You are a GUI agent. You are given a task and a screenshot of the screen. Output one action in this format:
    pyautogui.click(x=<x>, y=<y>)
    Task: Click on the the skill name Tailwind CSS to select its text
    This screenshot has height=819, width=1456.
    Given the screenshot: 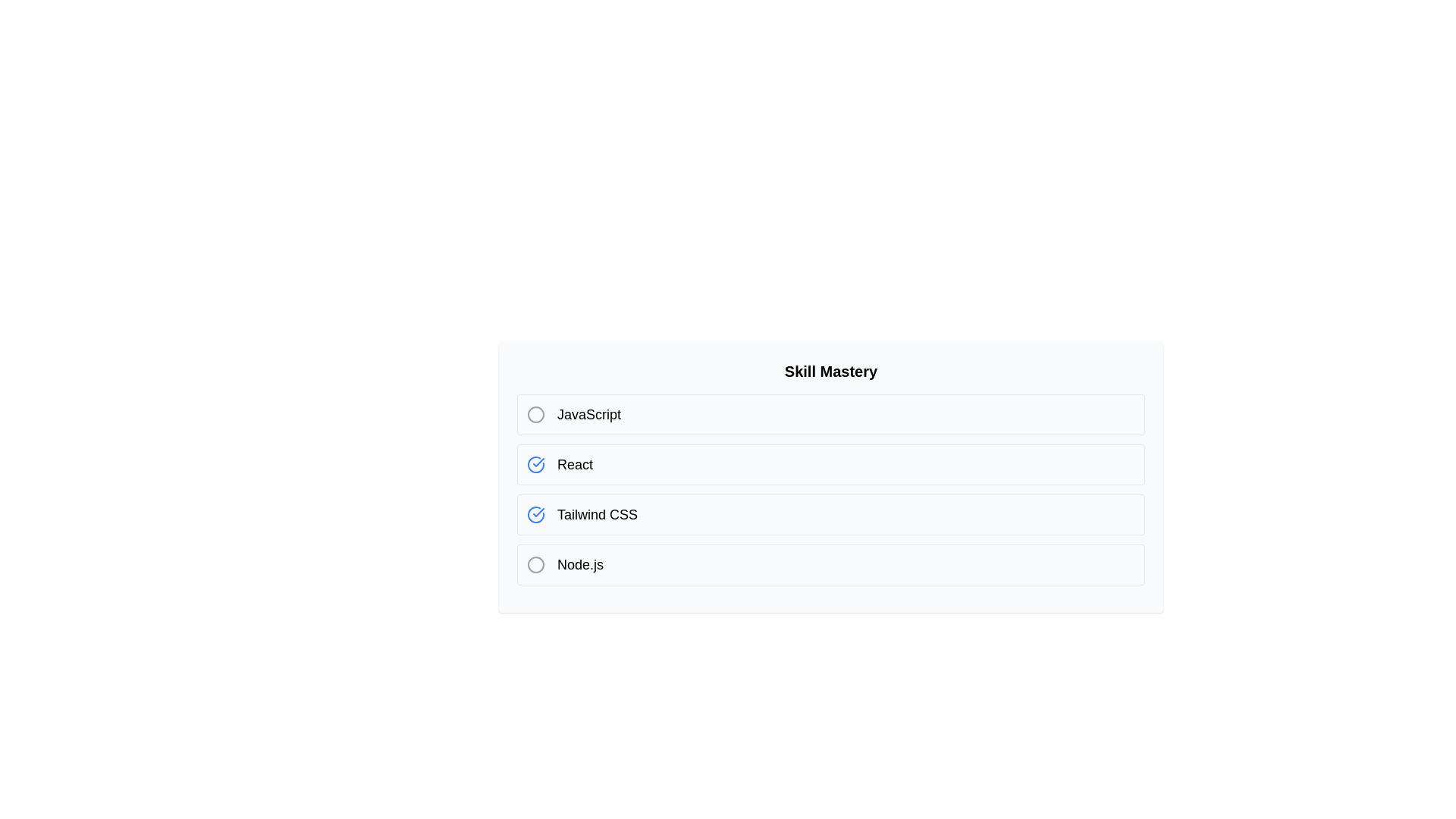 What is the action you would take?
    pyautogui.click(x=596, y=513)
    